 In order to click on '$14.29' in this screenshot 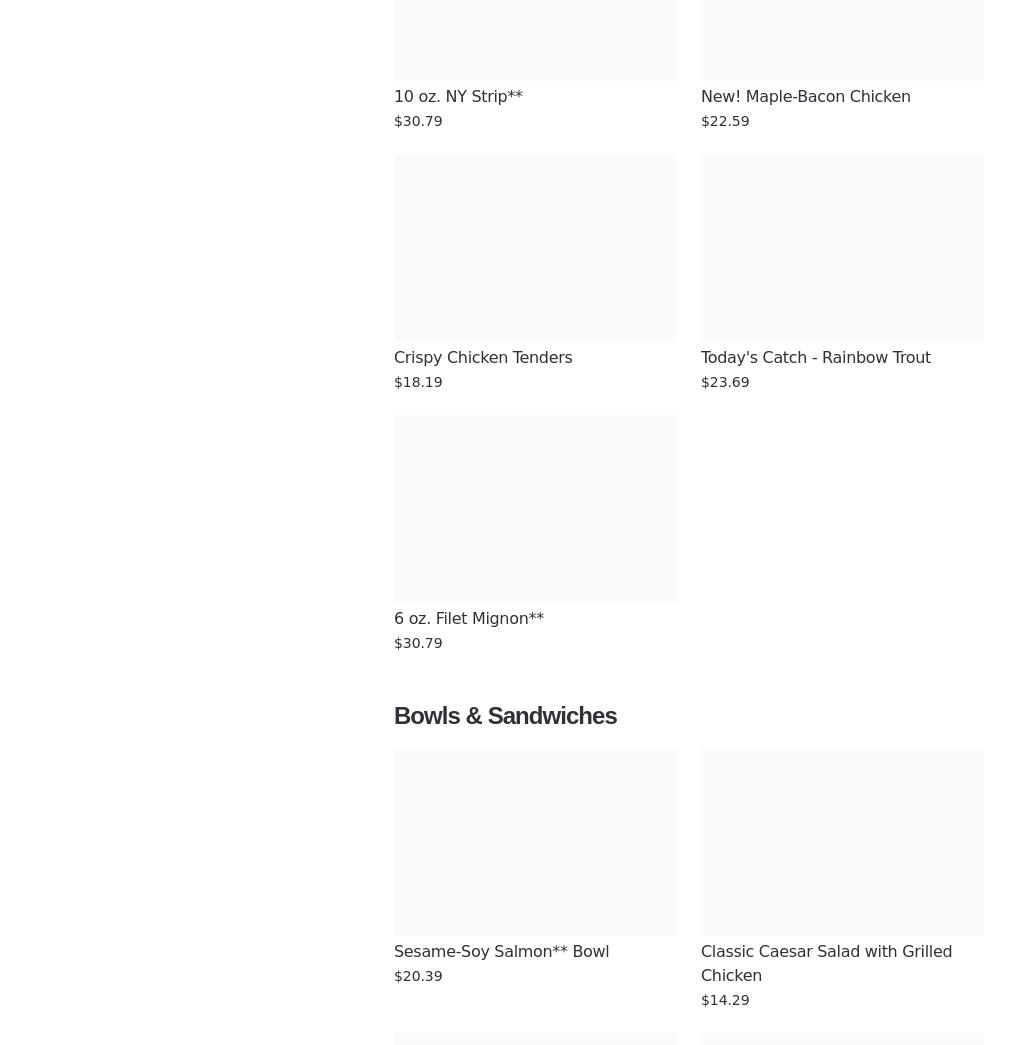, I will do `click(701, 999)`.